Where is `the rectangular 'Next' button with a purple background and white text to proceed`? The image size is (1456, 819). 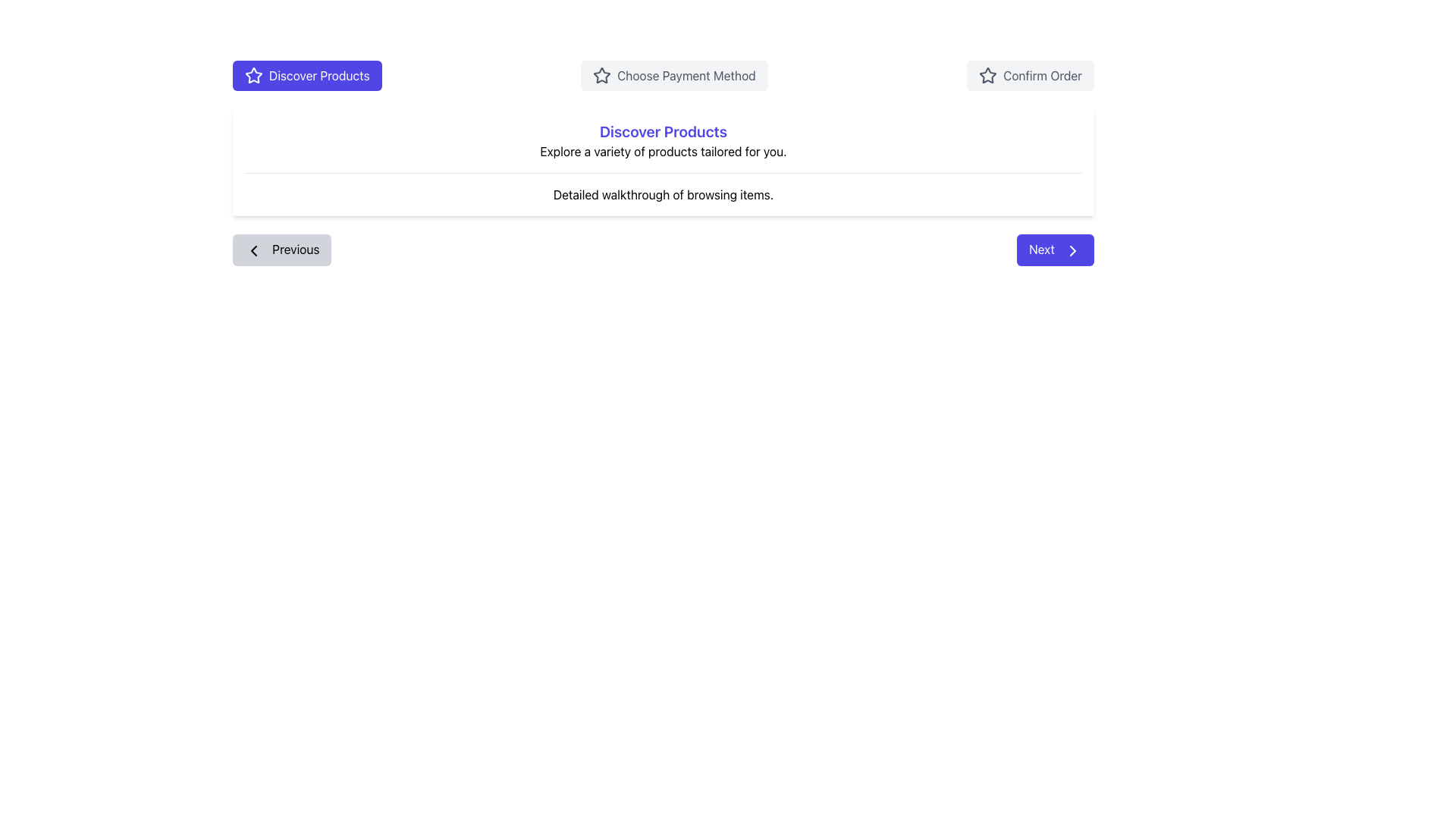 the rectangular 'Next' button with a purple background and white text to proceed is located at coordinates (1055, 249).